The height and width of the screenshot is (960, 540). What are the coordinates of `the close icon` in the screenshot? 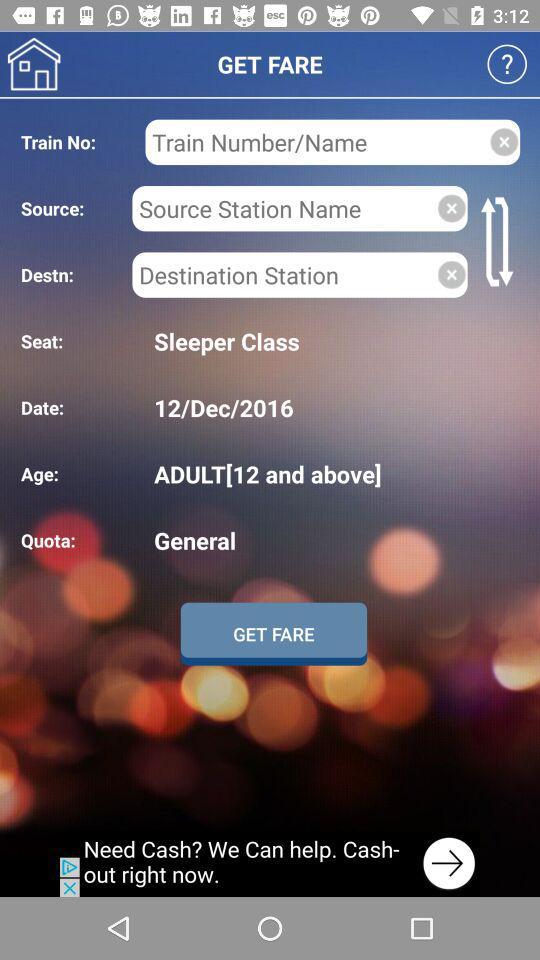 It's located at (451, 208).